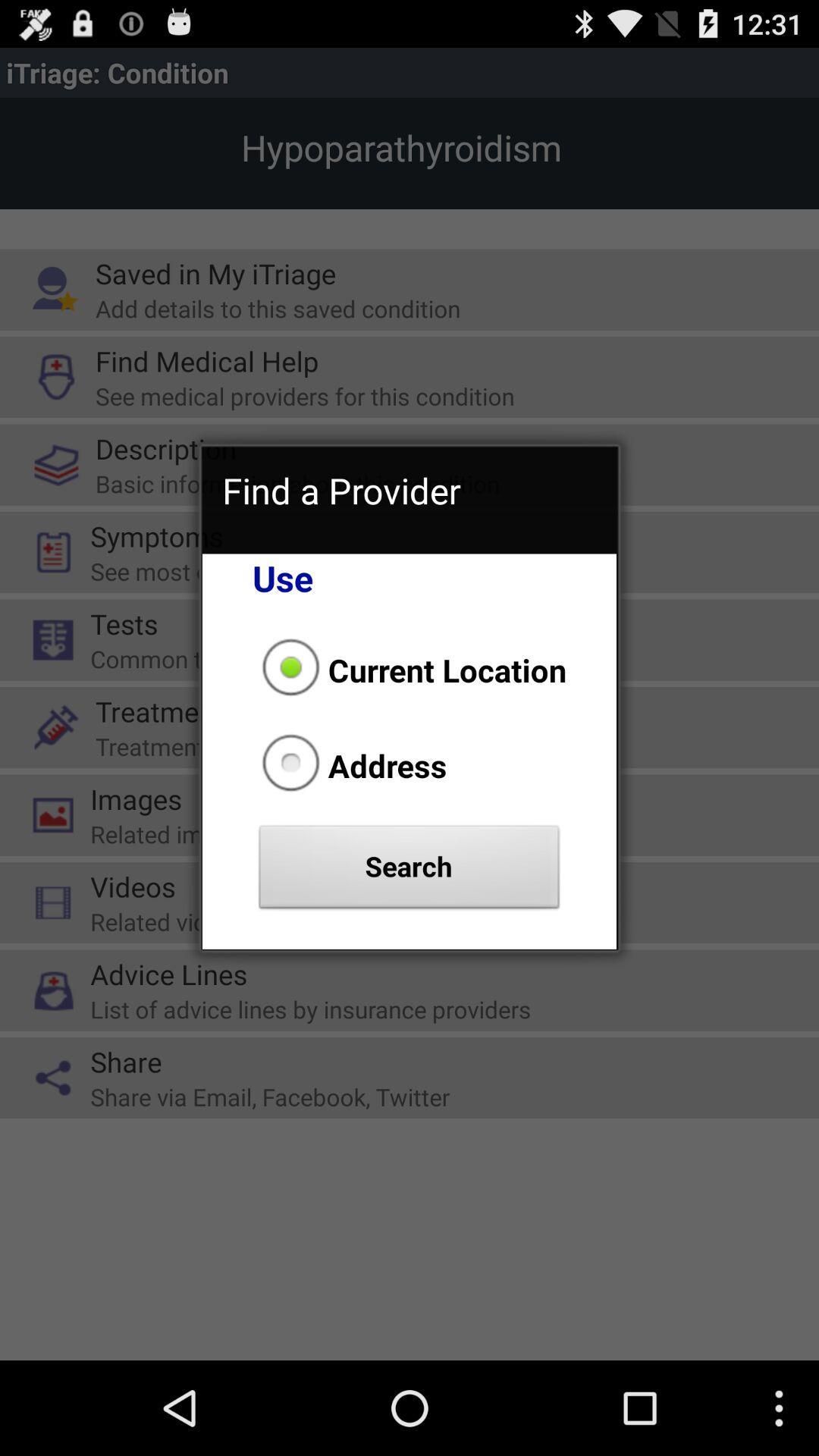  I want to click on the current location radio button, so click(409, 669).